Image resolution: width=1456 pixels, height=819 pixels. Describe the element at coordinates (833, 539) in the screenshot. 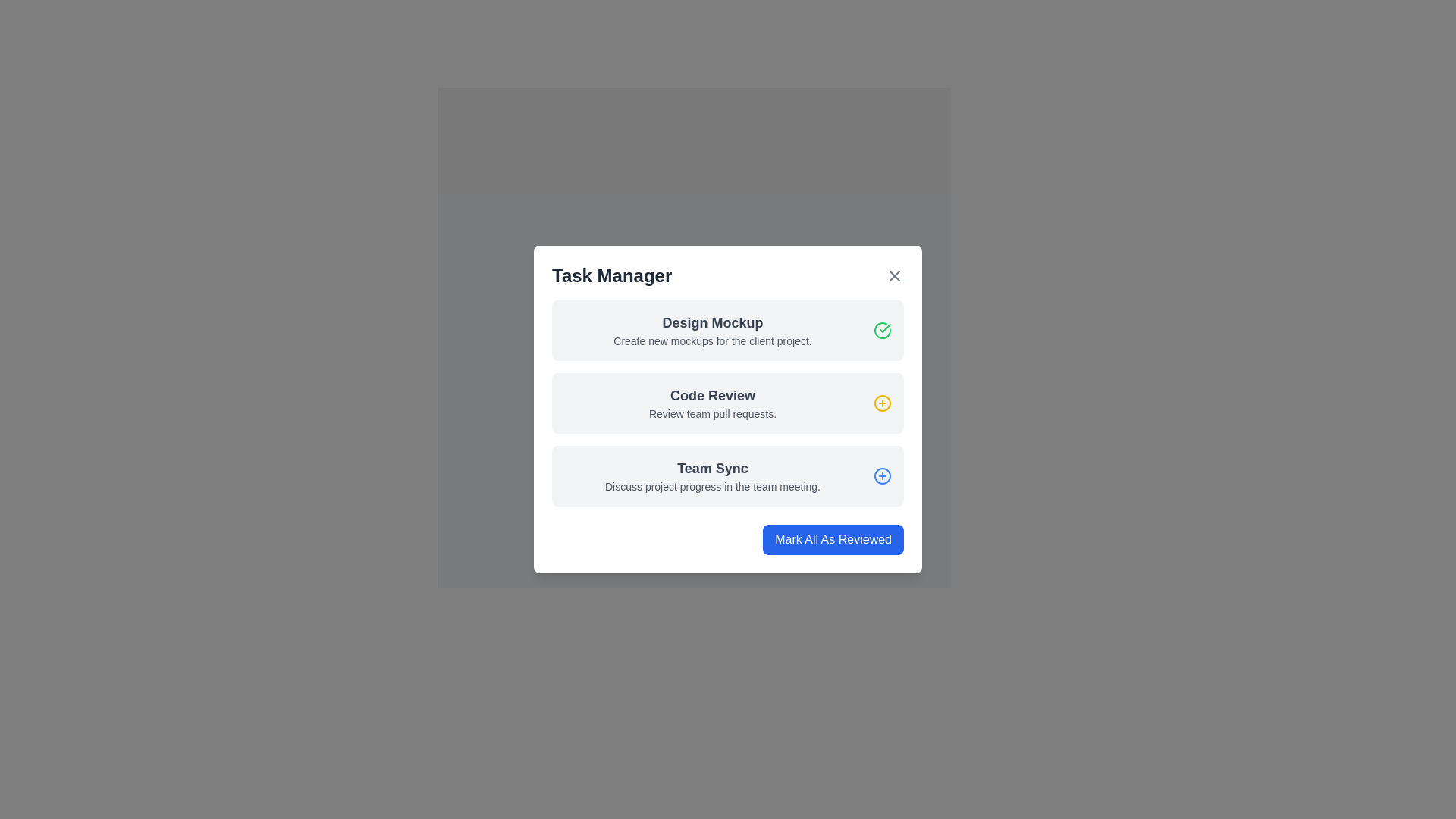

I see `the button at the bottom-right corner of the 'Task Manager' popup to mark all tasks as reviewed` at that location.